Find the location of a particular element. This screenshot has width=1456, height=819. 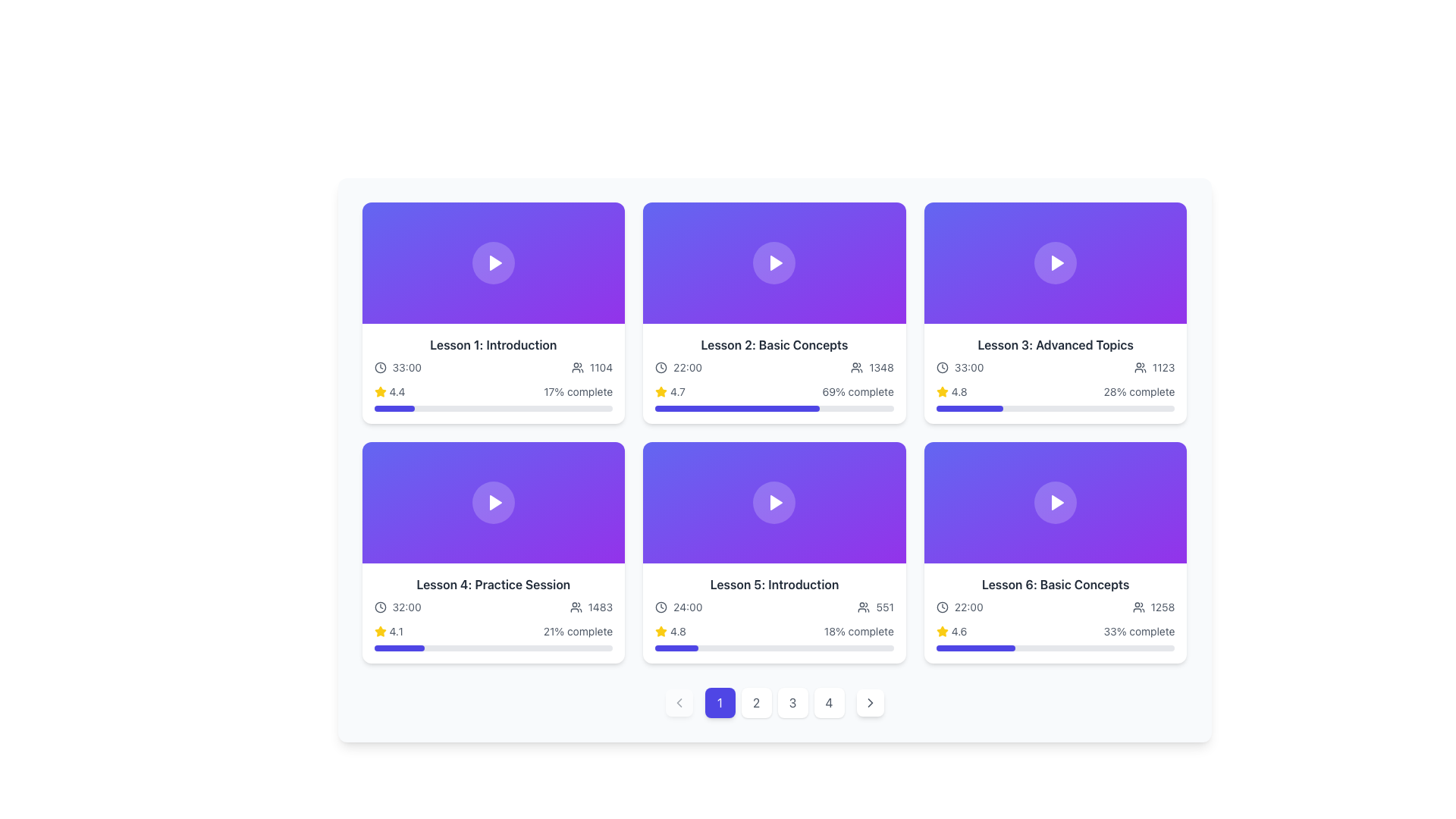

the first Lesson Card in the grid layout located in the top-left corner is located at coordinates (493, 312).